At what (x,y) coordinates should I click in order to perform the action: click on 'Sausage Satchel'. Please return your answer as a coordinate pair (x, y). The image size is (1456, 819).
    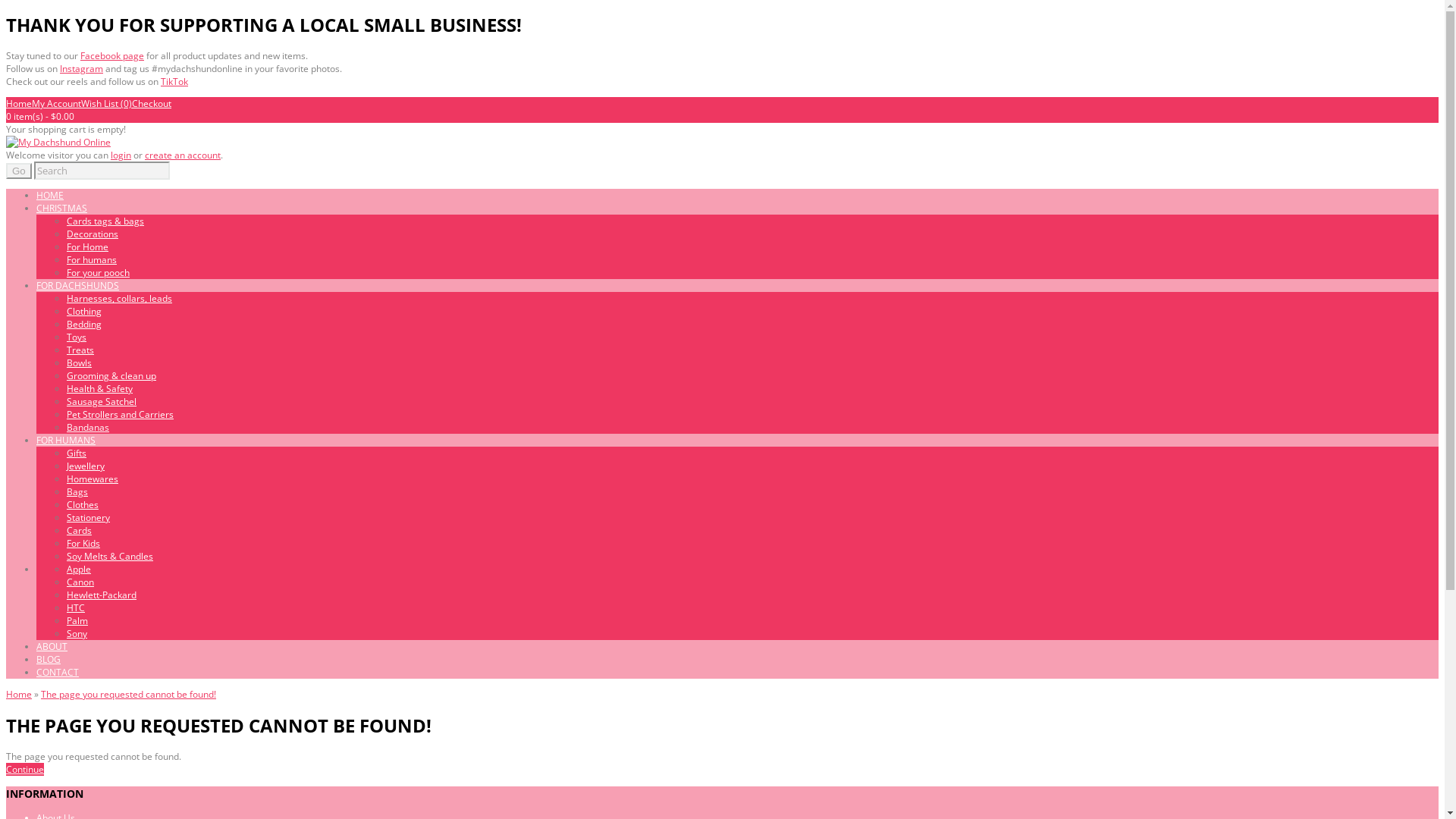
    Looking at the image, I should click on (101, 400).